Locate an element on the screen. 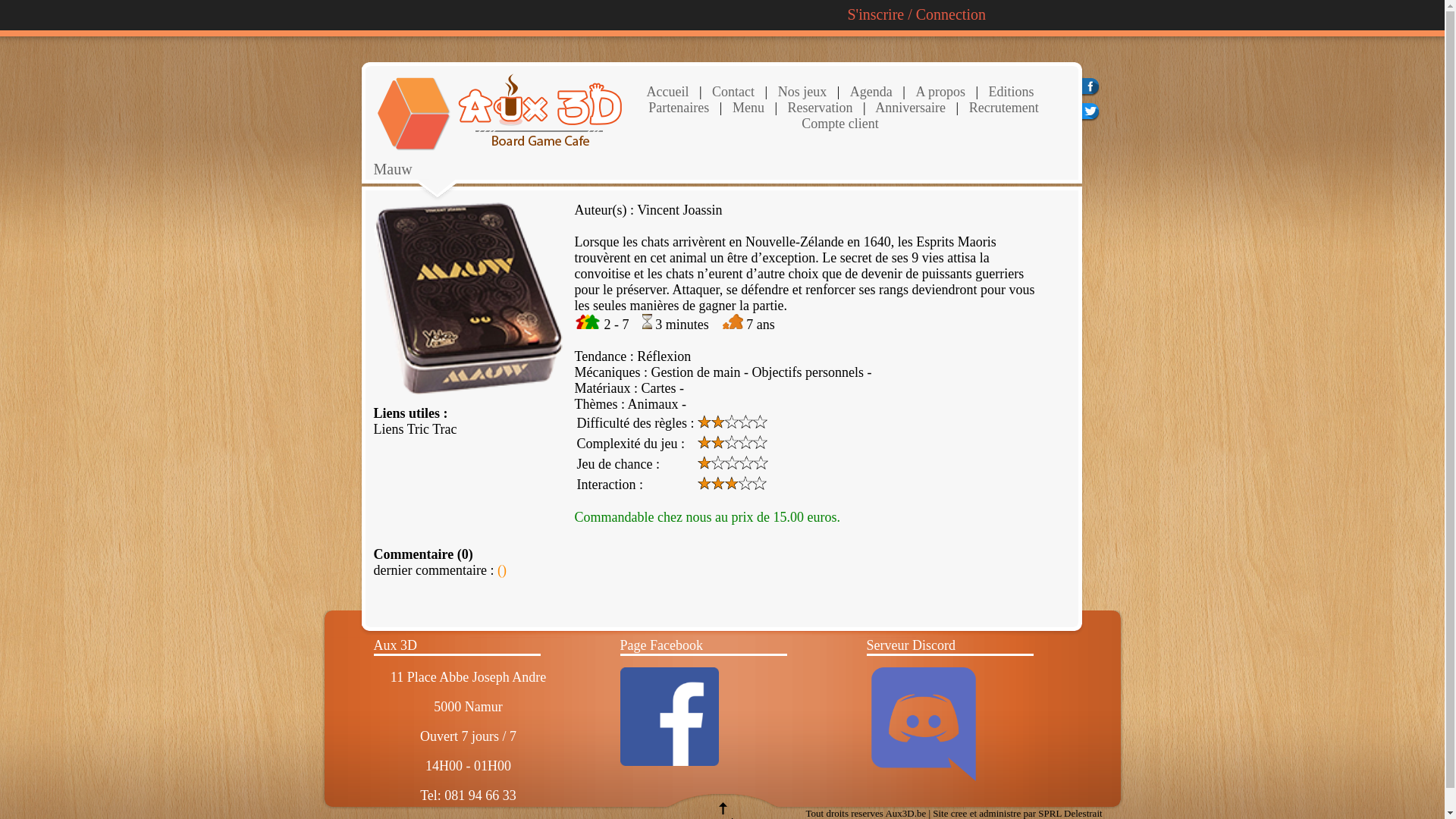 This screenshot has height=819, width=1456. 'Compte client' is located at coordinates (839, 122).